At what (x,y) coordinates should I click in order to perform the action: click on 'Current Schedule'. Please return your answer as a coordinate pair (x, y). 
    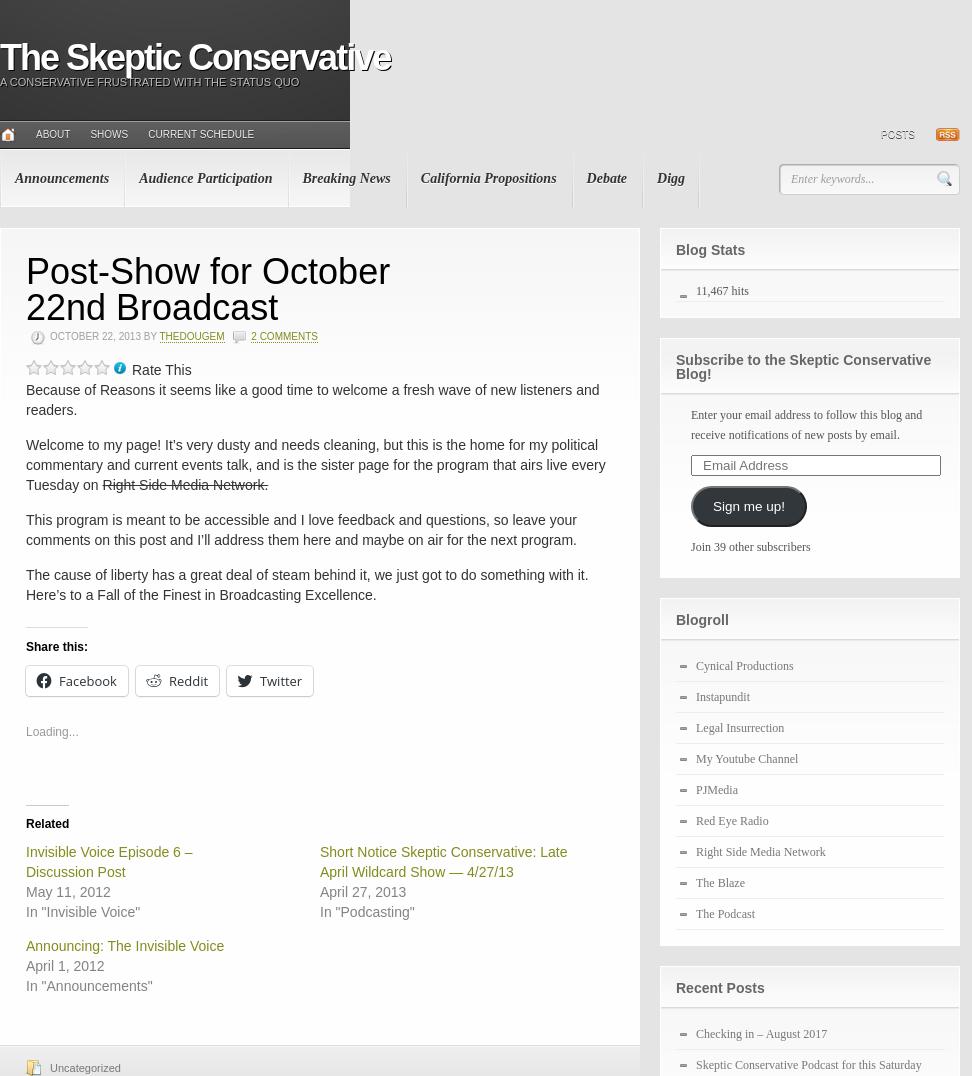
    Looking at the image, I should click on (200, 133).